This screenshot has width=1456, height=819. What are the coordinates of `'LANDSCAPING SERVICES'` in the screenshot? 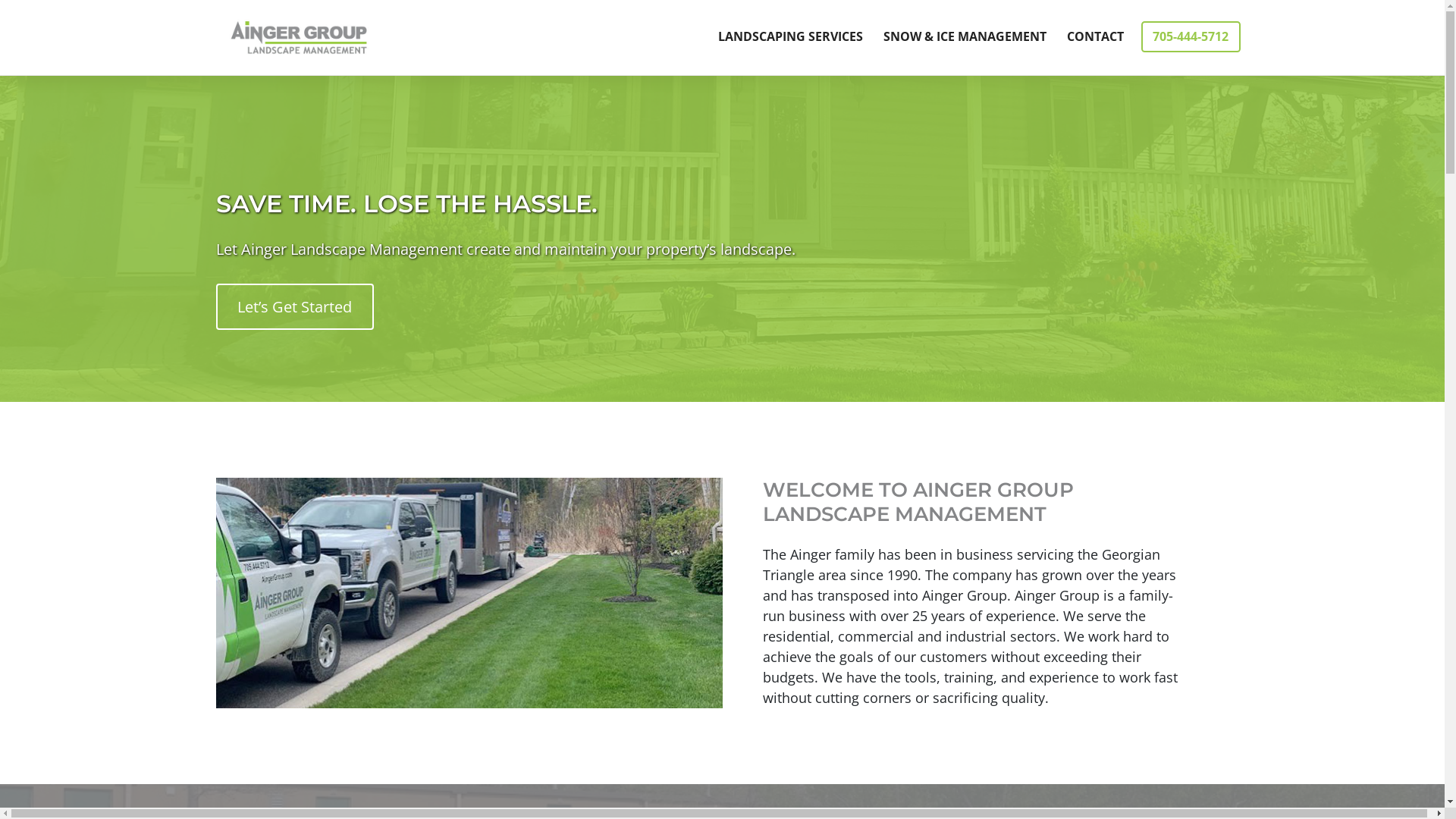 It's located at (786, 24).